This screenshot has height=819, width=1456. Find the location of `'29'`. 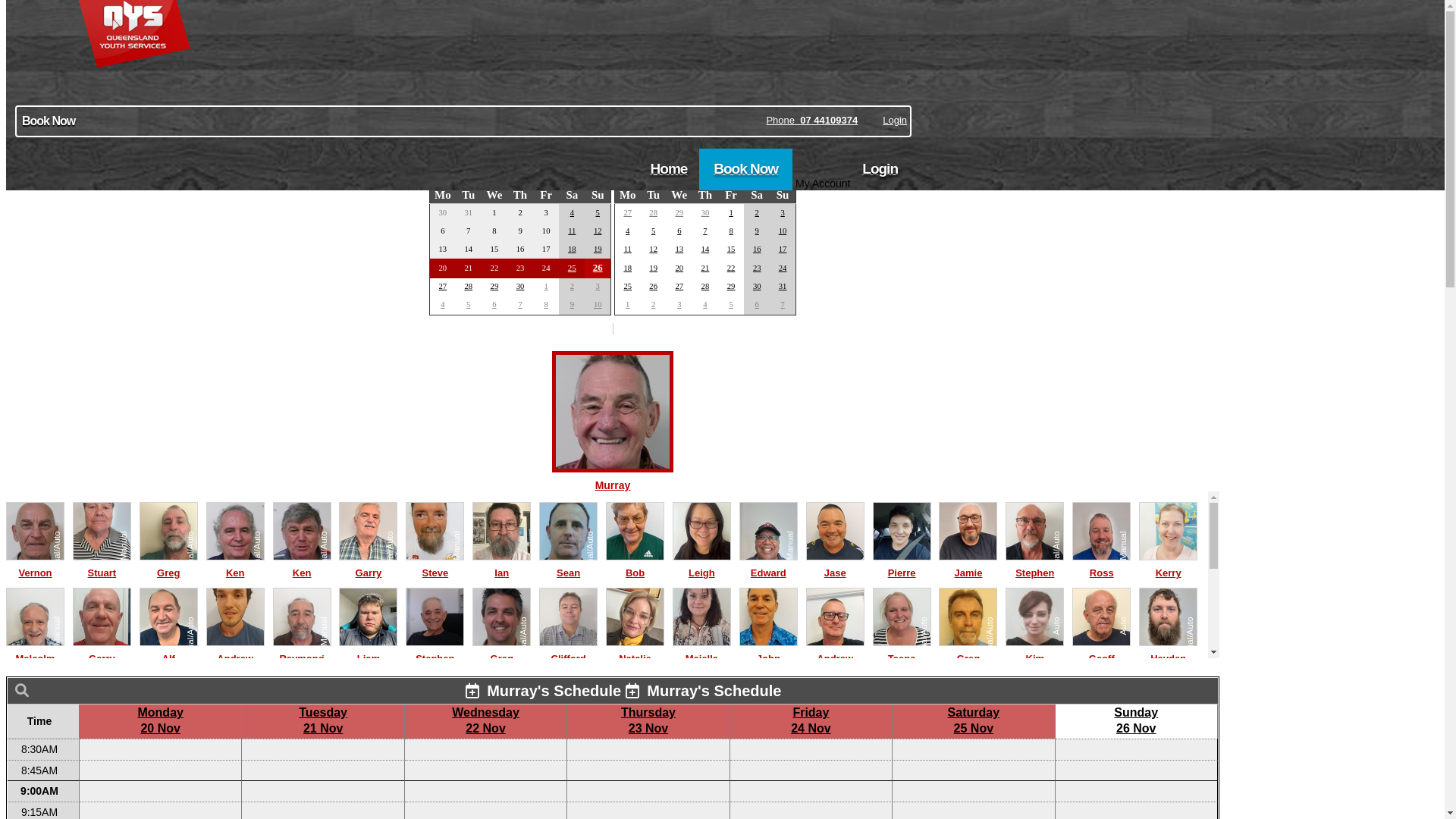

'29' is located at coordinates (494, 286).